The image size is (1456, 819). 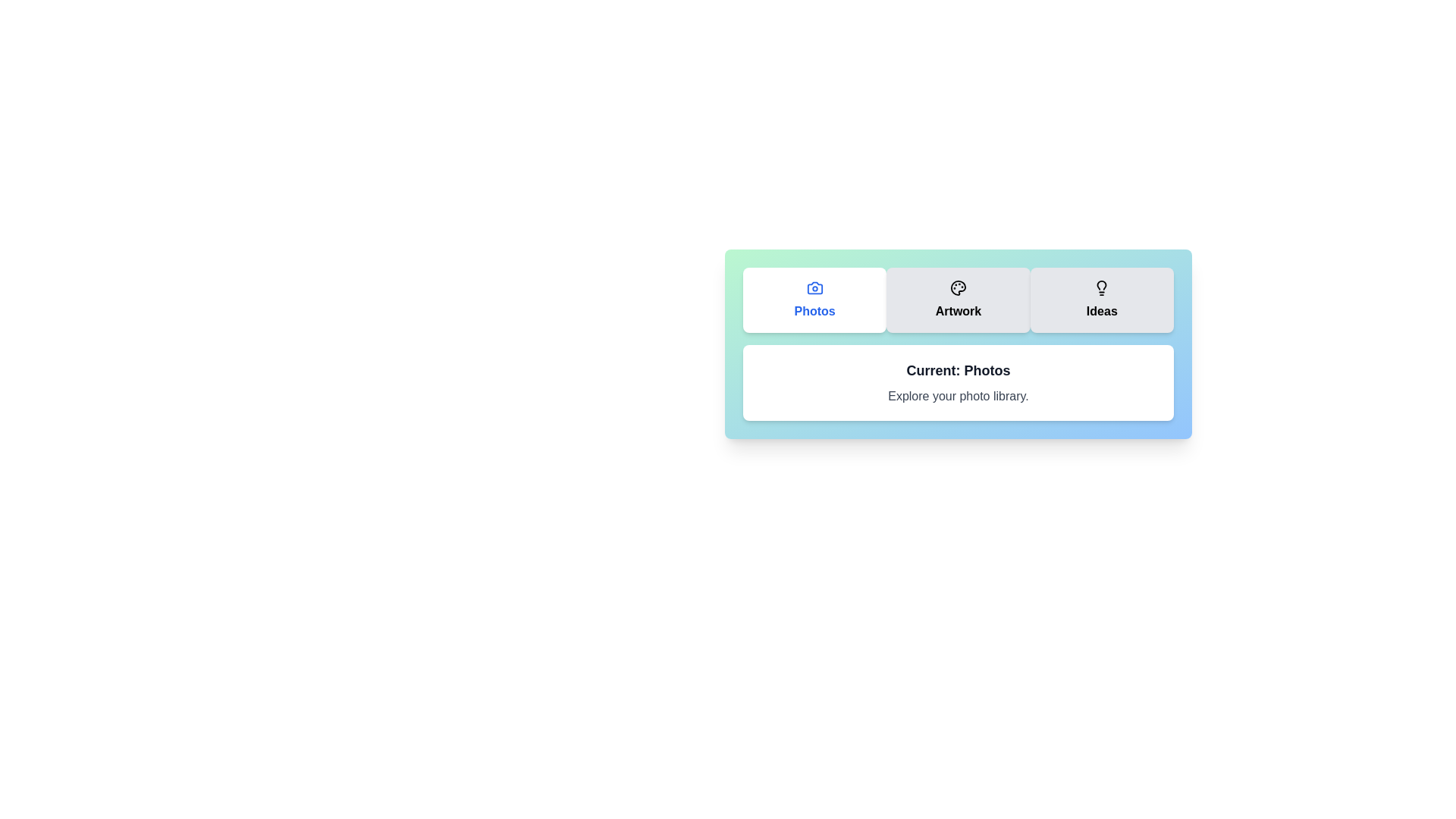 I want to click on the Artwork tab by clicking the corresponding button, so click(x=957, y=300).